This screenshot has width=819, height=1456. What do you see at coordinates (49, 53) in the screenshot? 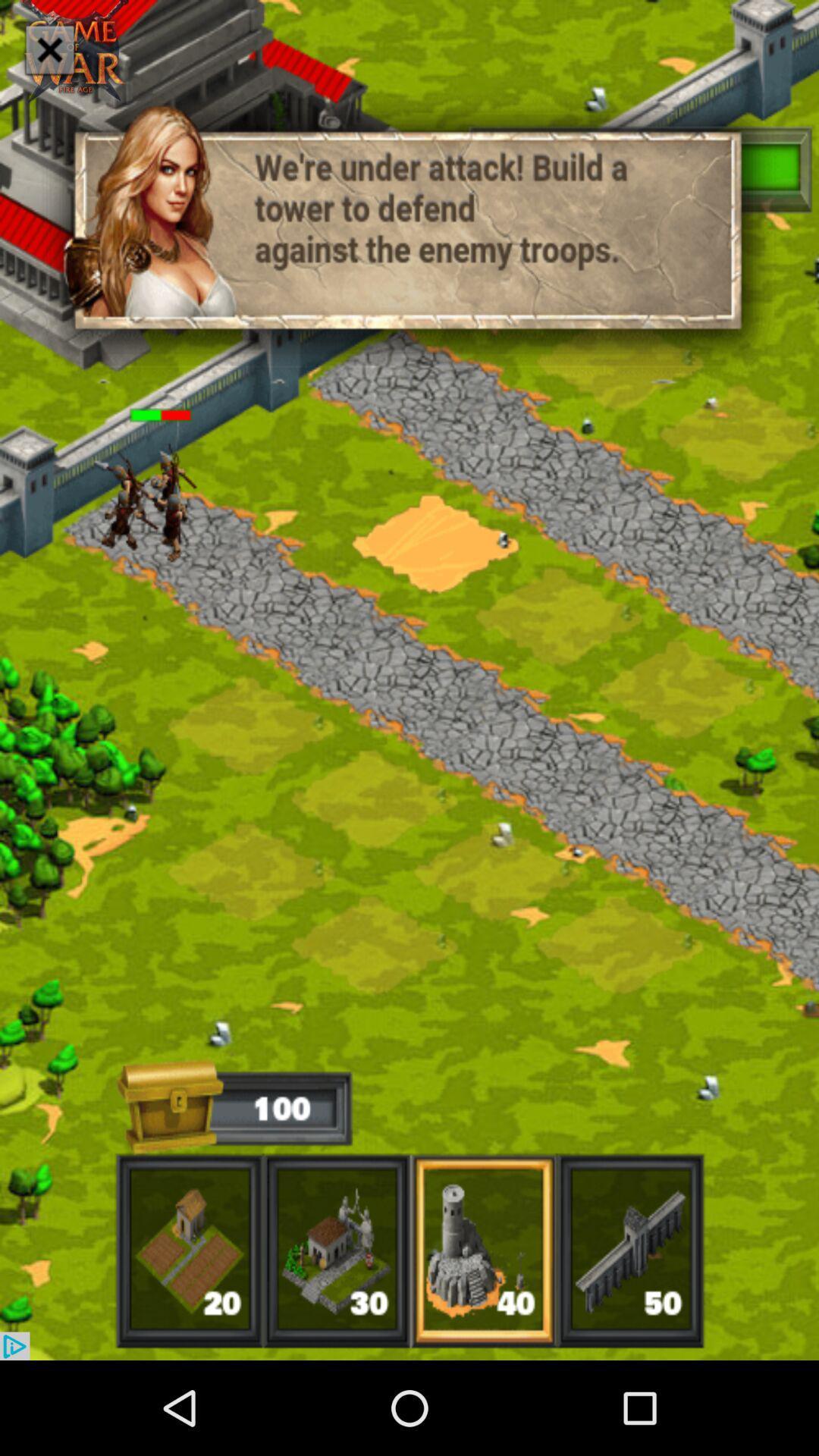
I see `the close icon` at bounding box center [49, 53].